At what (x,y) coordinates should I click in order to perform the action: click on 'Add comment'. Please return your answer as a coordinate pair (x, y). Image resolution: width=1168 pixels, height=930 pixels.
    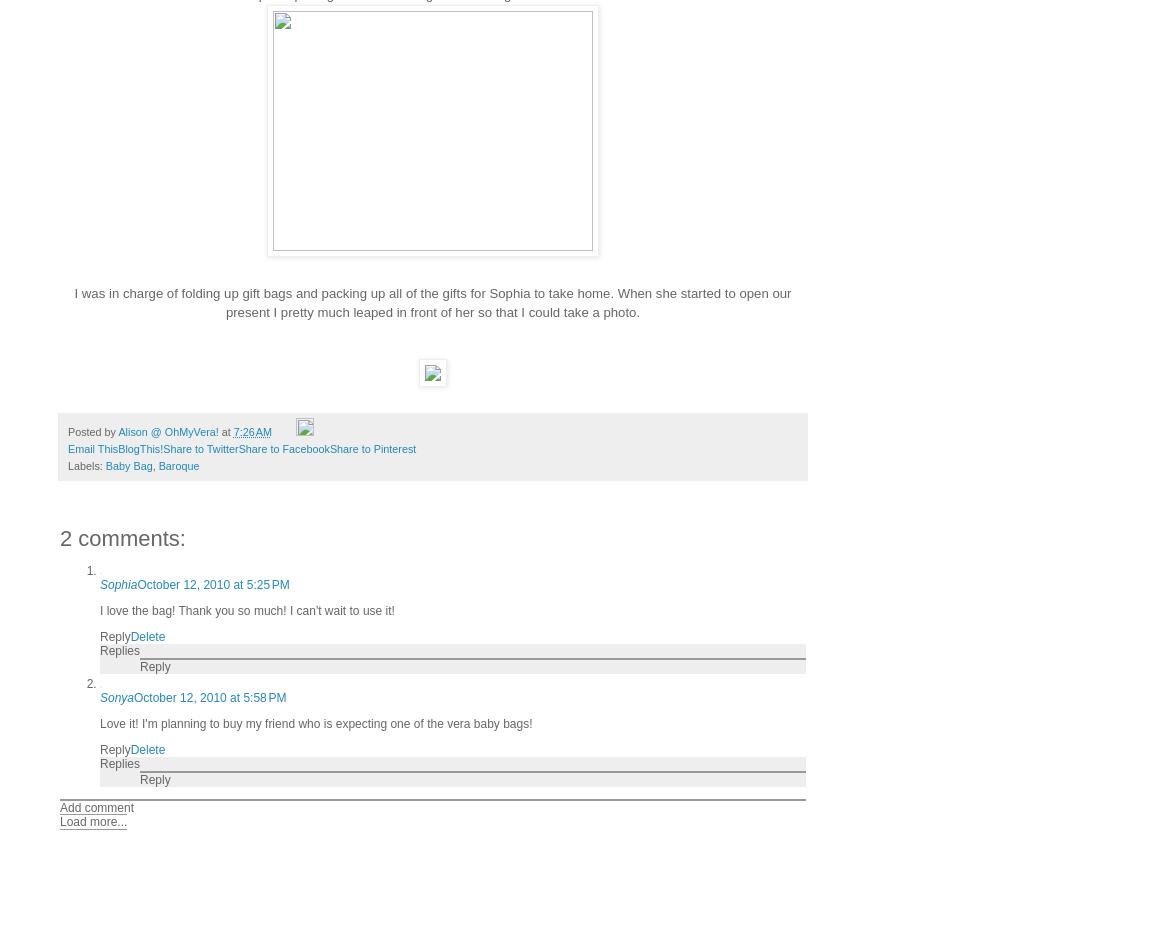
    Looking at the image, I should click on (95, 805).